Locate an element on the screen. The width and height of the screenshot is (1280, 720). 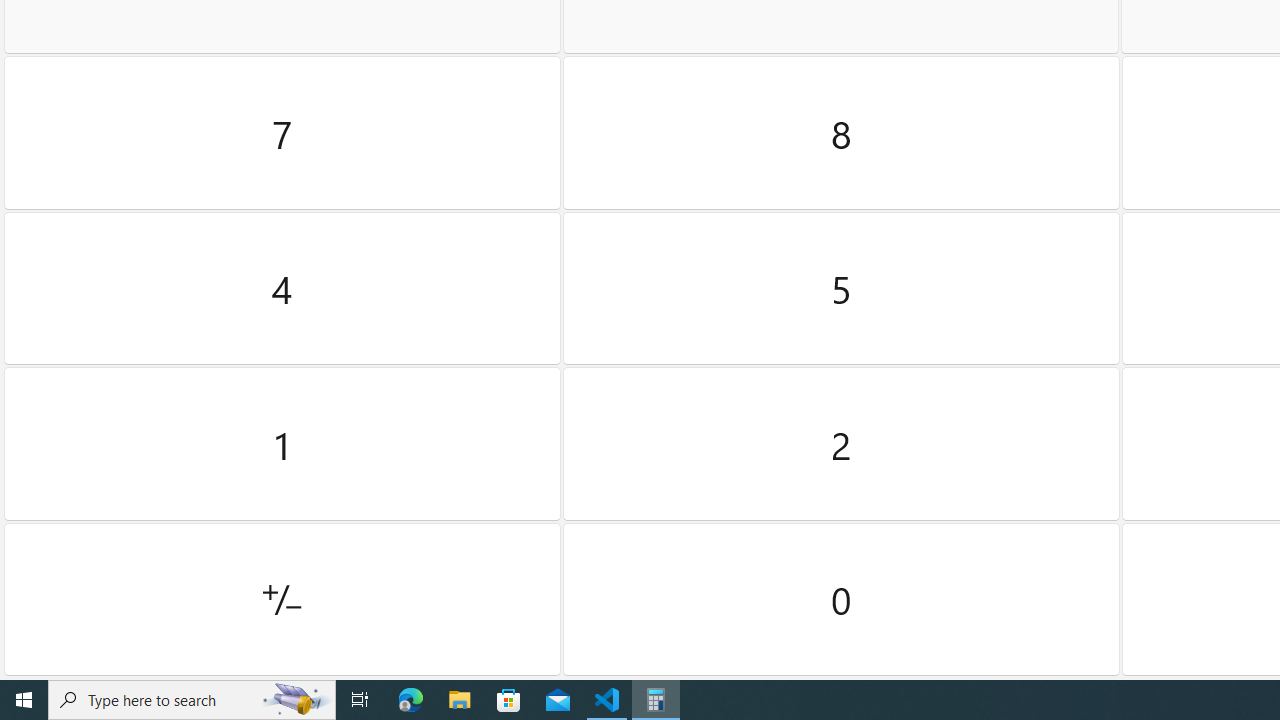
'Start' is located at coordinates (24, 698).